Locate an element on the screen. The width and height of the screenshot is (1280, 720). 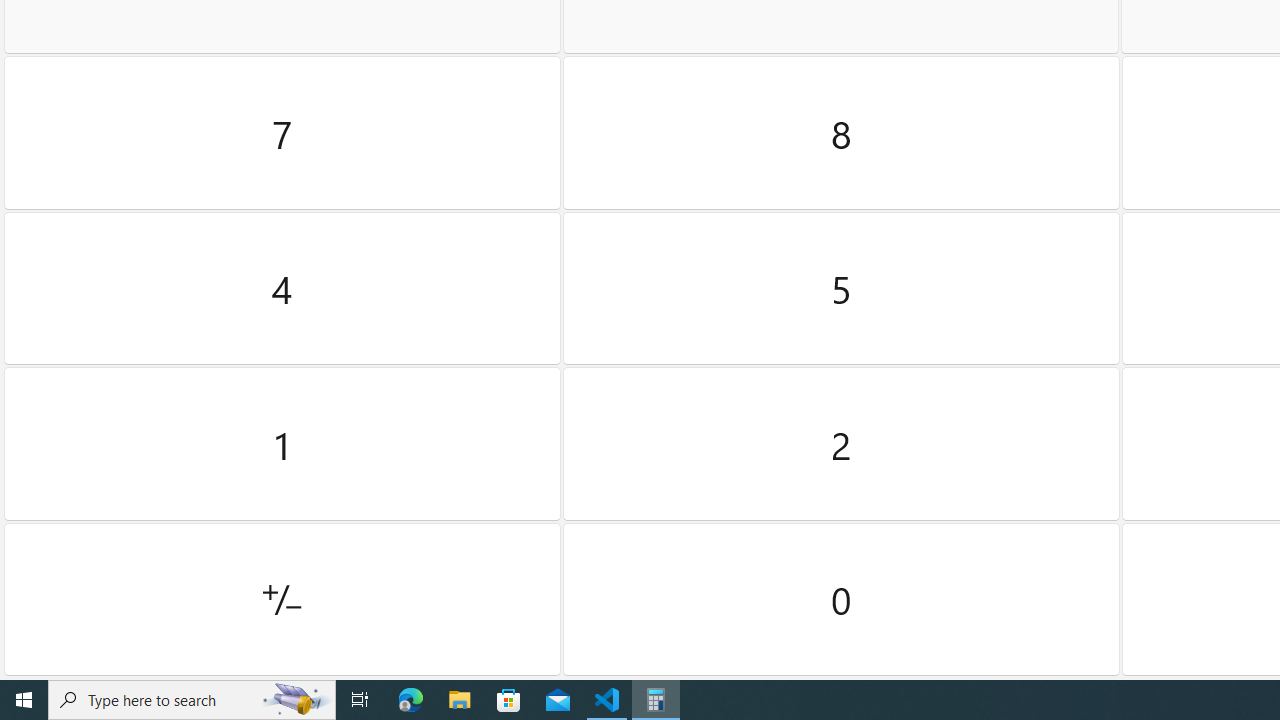
'Start' is located at coordinates (24, 698).